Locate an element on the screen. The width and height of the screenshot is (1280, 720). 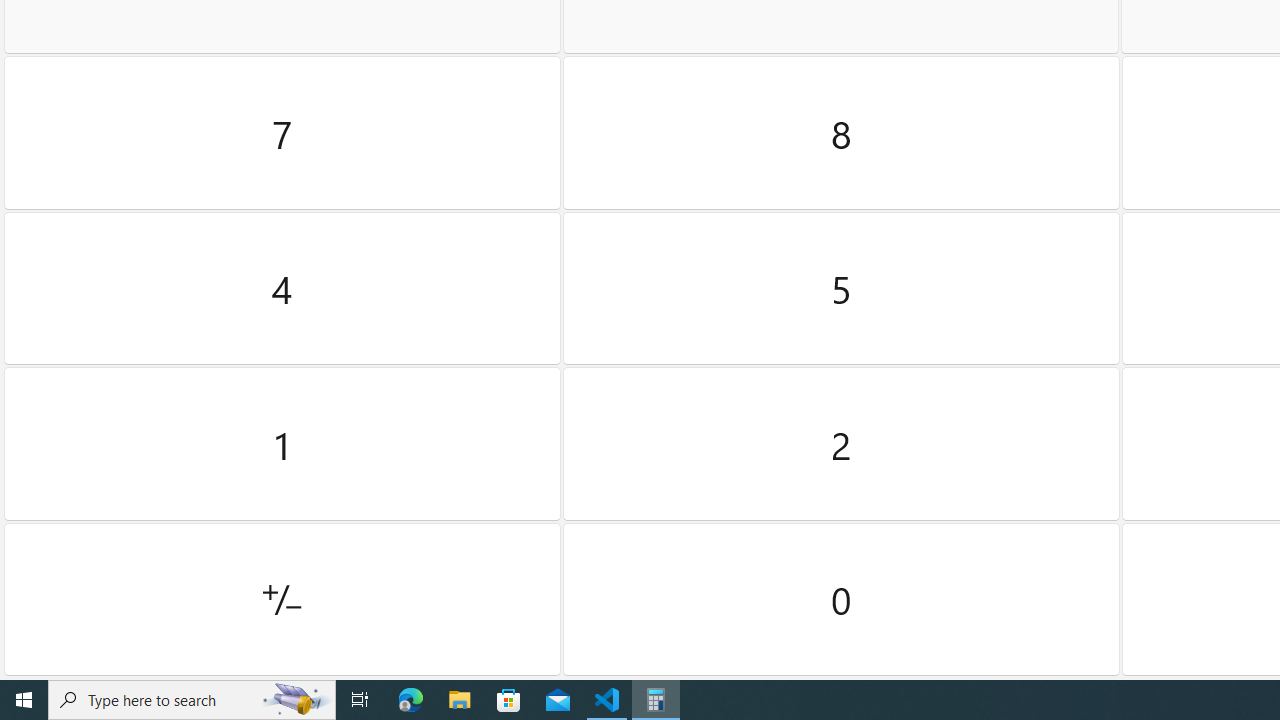
'Start' is located at coordinates (24, 698).